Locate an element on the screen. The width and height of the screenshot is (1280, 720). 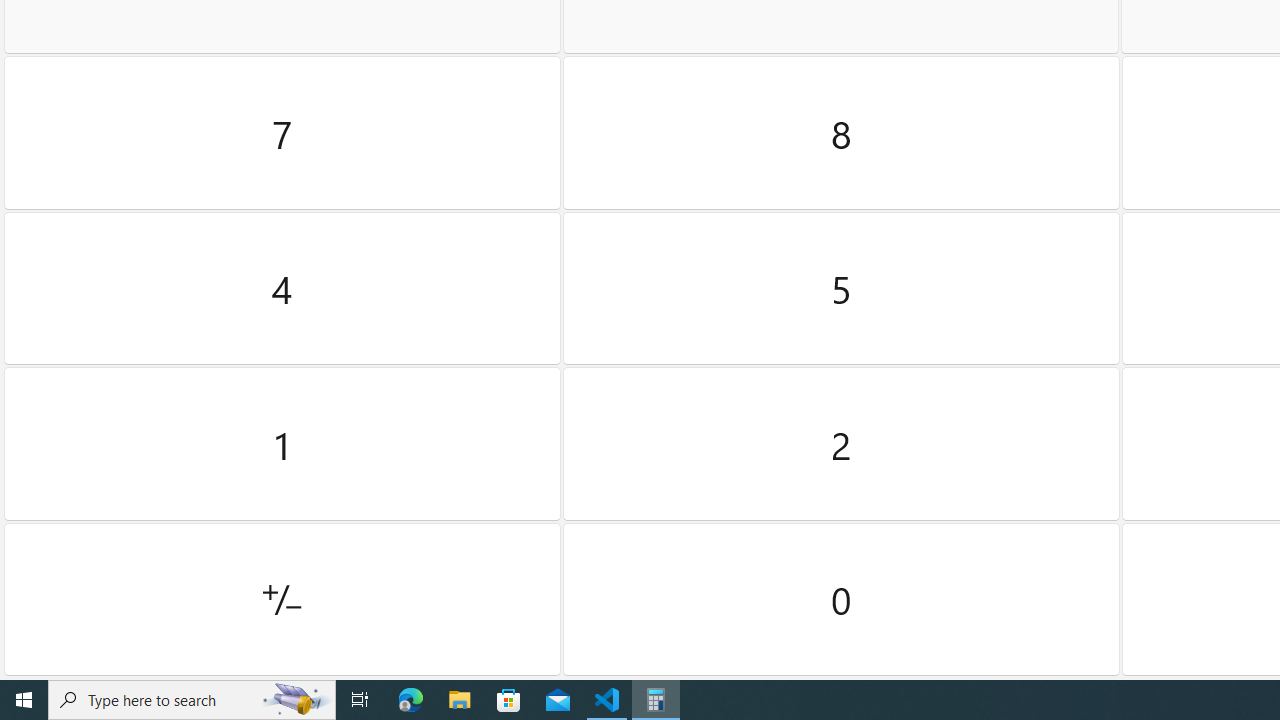
'Start' is located at coordinates (24, 698).